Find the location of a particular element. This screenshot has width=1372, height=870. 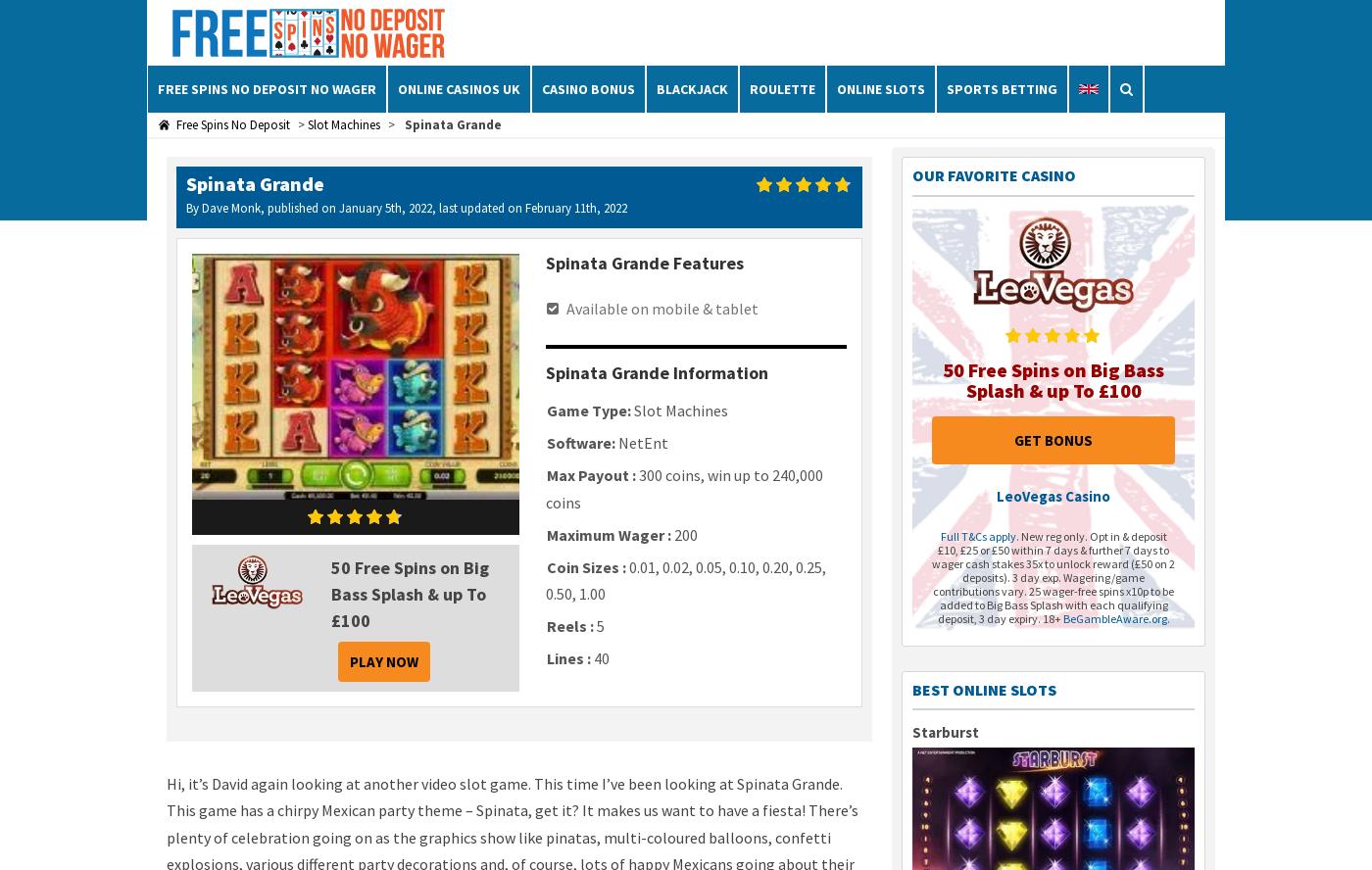

'NetEnt' is located at coordinates (643, 442).